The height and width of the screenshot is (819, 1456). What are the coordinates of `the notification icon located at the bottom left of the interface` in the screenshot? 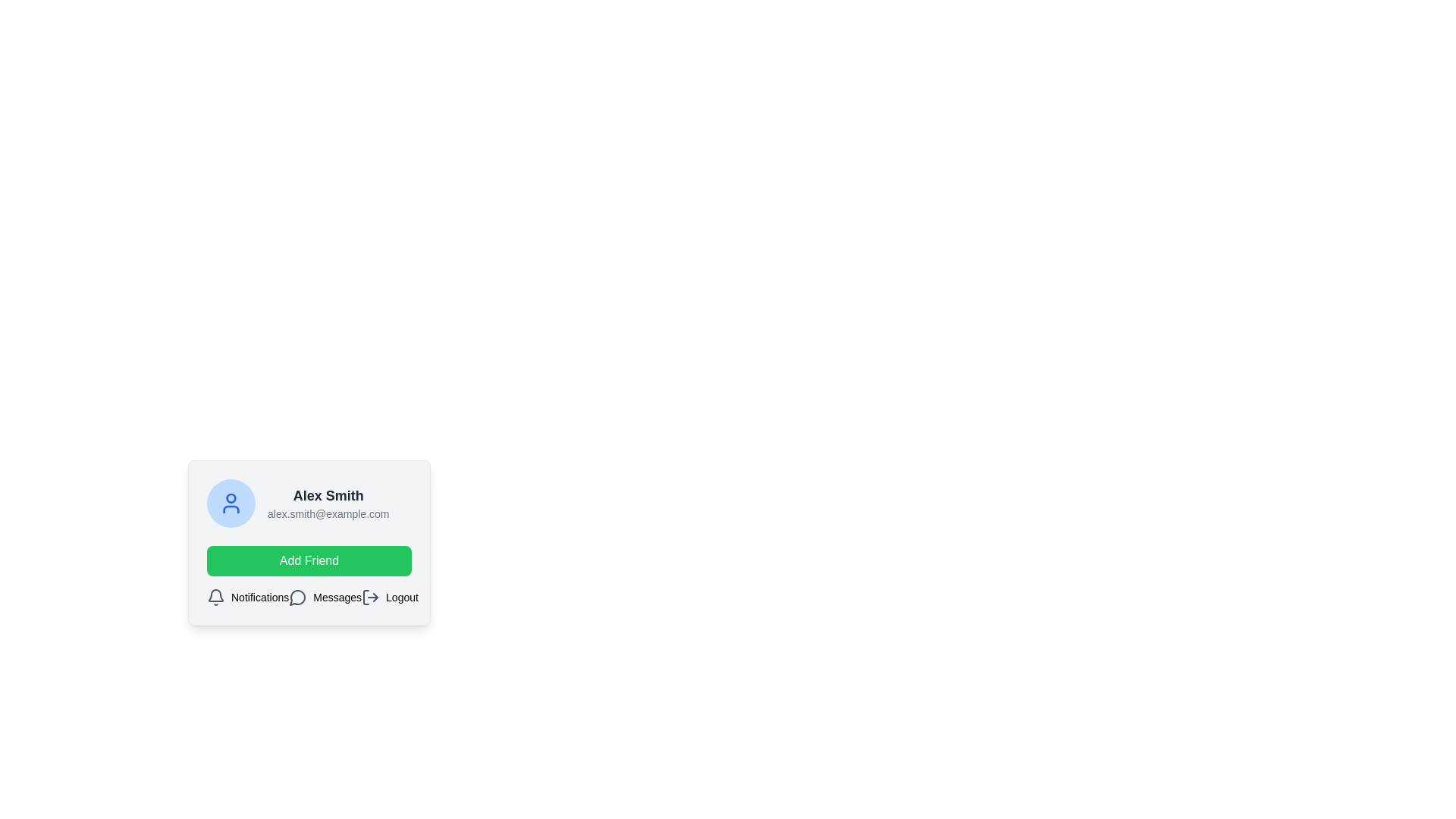 It's located at (215, 596).